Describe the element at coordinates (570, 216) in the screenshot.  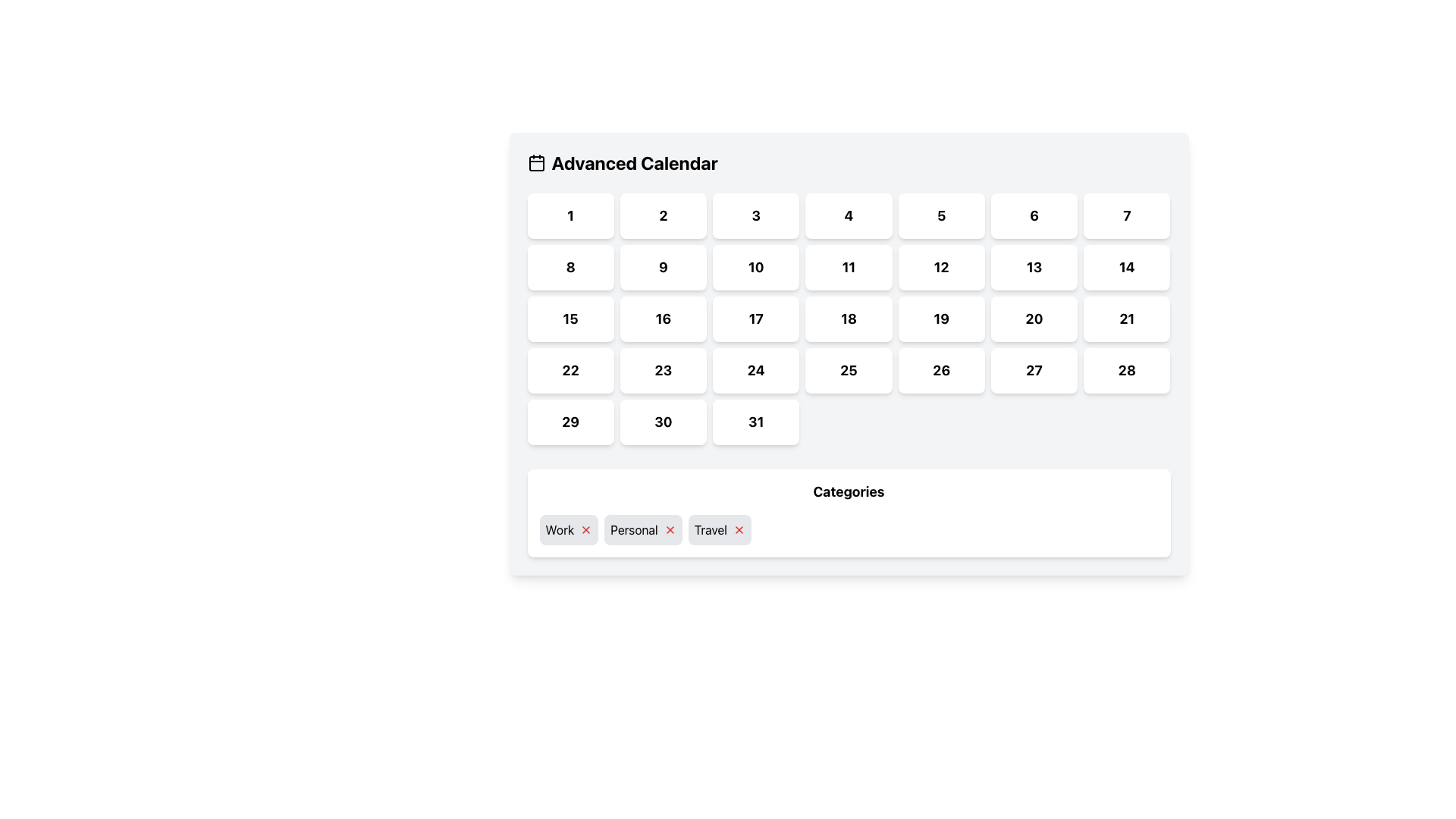
I see `the first day selection button in the calendar interface to change its background` at that location.